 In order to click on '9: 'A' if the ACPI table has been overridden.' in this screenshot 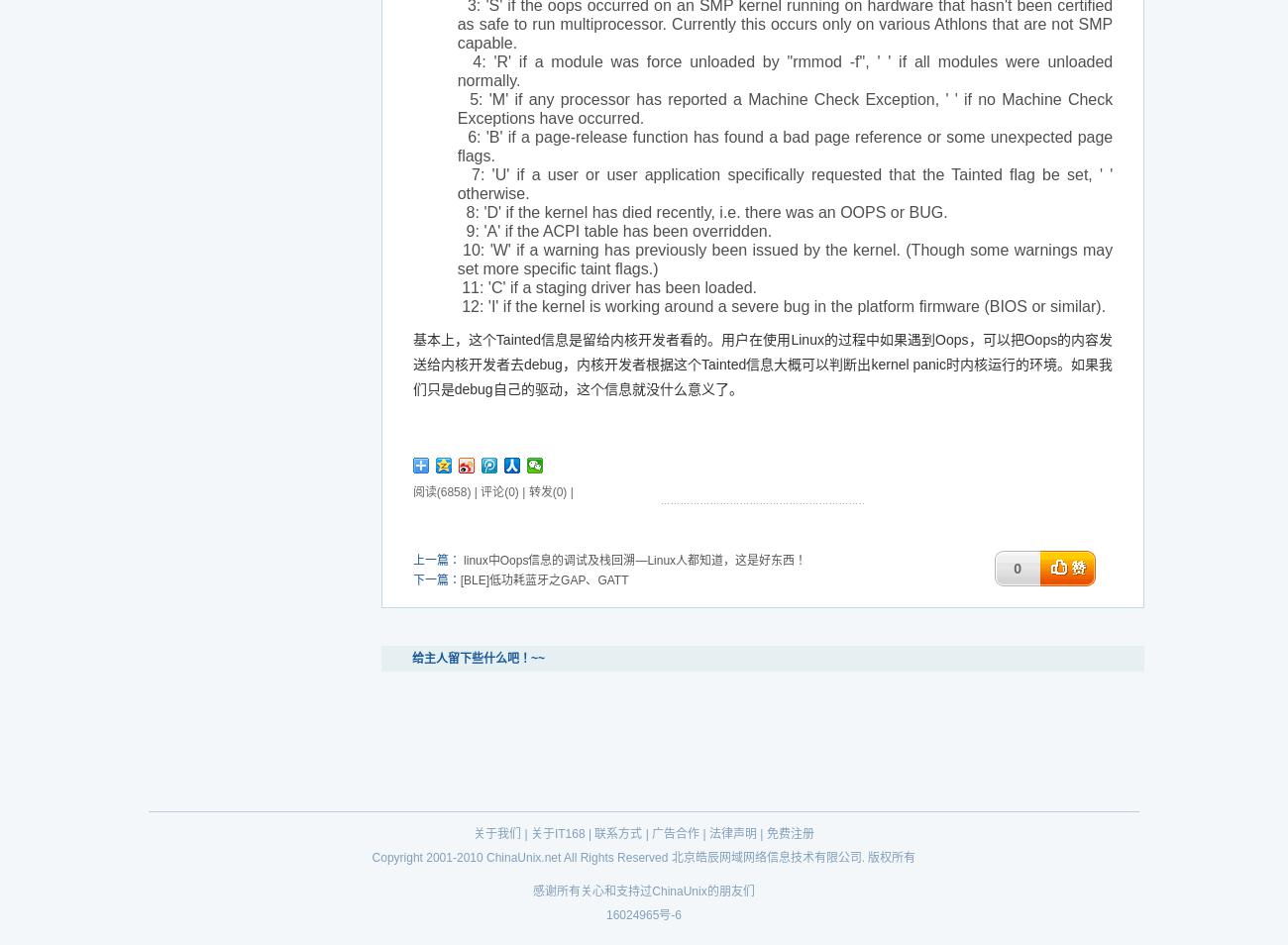, I will do `click(455, 230)`.